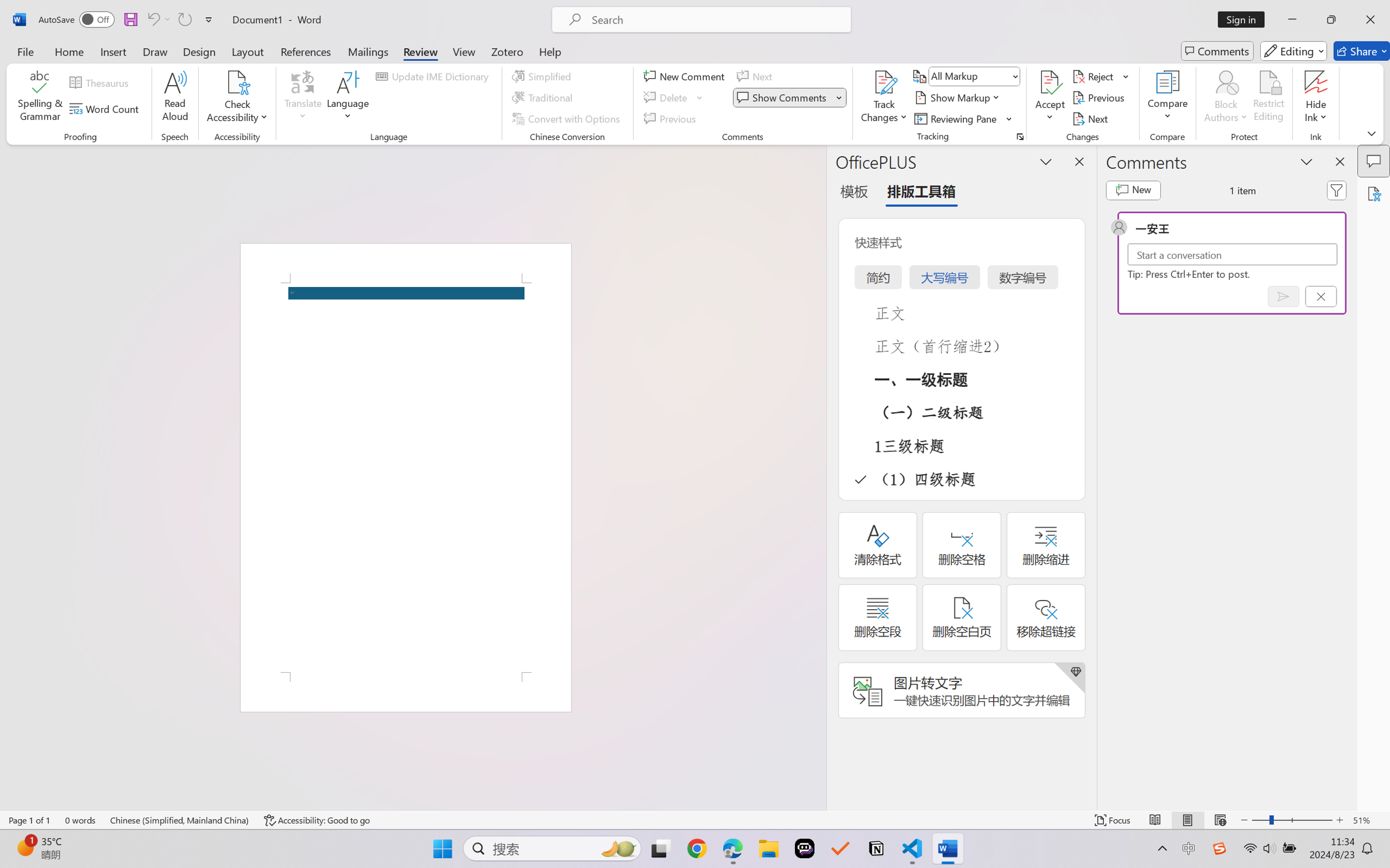  Describe the element at coordinates (101, 83) in the screenshot. I see `'Thesaurus...'` at that location.